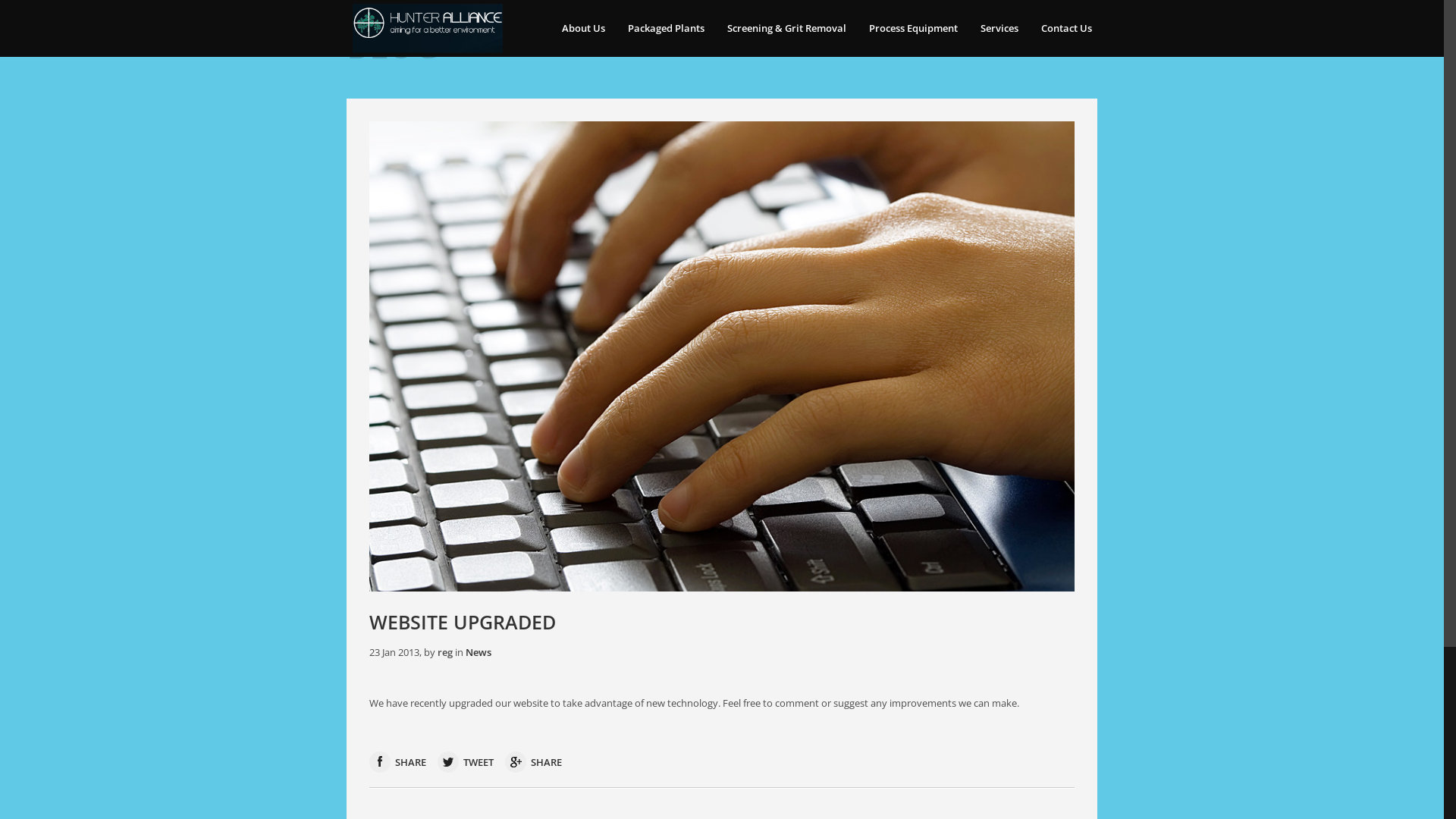 The width and height of the screenshot is (1456, 819). What do you see at coordinates (465, 762) in the screenshot?
I see `'TWEET'` at bounding box center [465, 762].